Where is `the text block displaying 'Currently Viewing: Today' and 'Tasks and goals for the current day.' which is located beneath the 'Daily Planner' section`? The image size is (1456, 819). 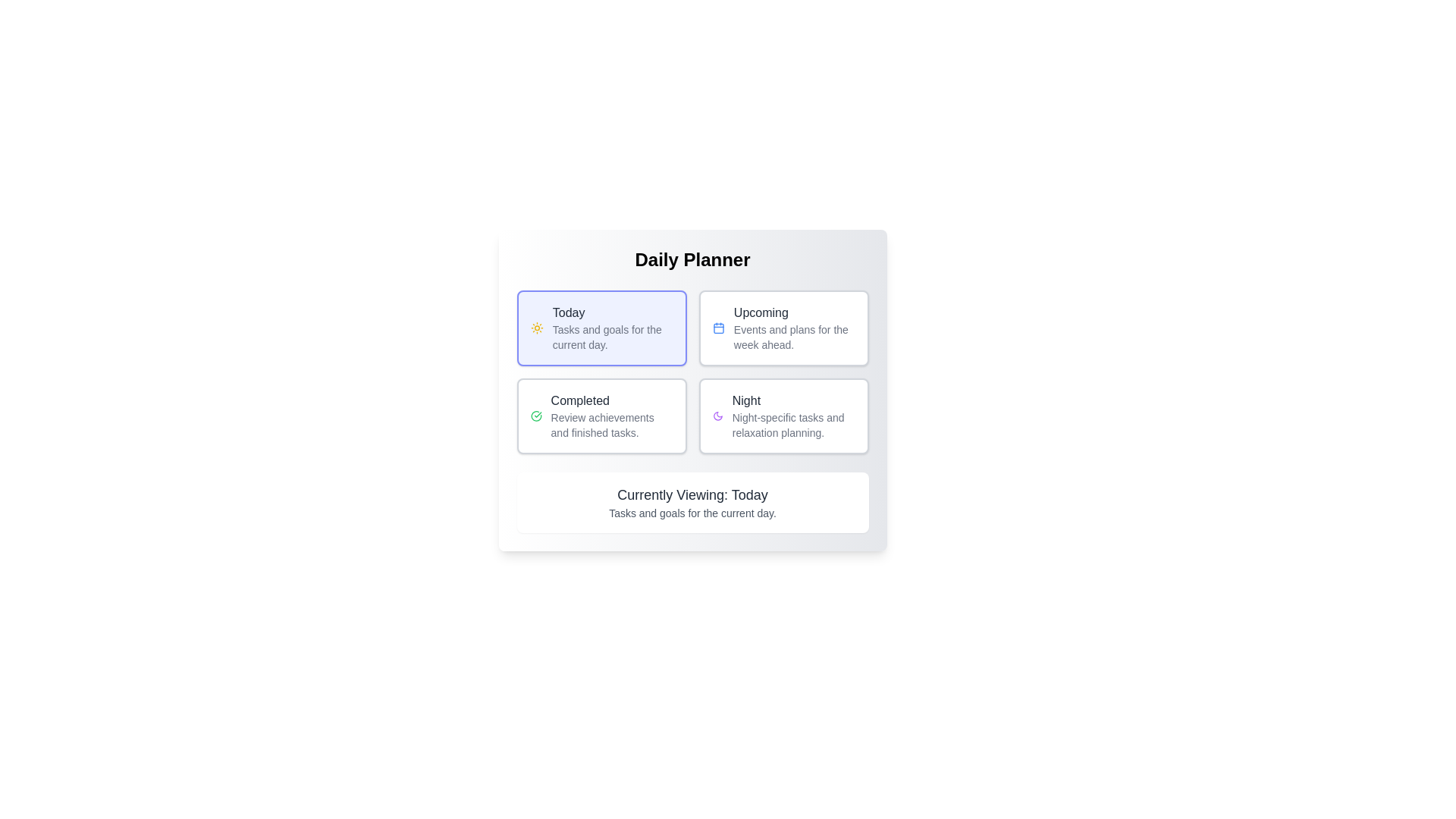
the text block displaying 'Currently Viewing: Today' and 'Tasks and goals for the current day.' which is located beneath the 'Daily Planner' section is located at coordinates (692, 503).